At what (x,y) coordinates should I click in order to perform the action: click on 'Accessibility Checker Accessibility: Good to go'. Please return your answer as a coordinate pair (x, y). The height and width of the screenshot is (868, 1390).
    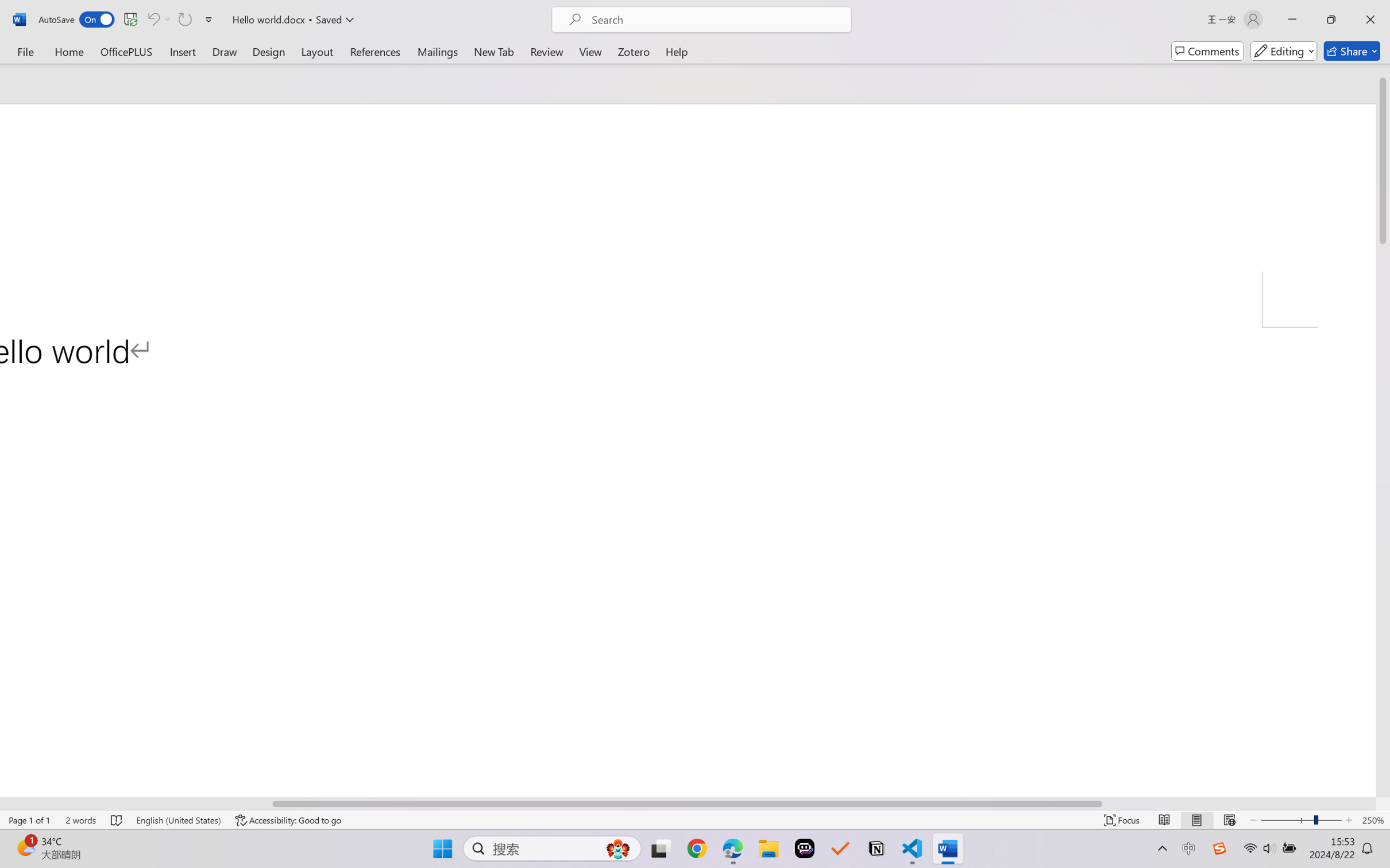
    Looking at the image, I should click on (288, 820).